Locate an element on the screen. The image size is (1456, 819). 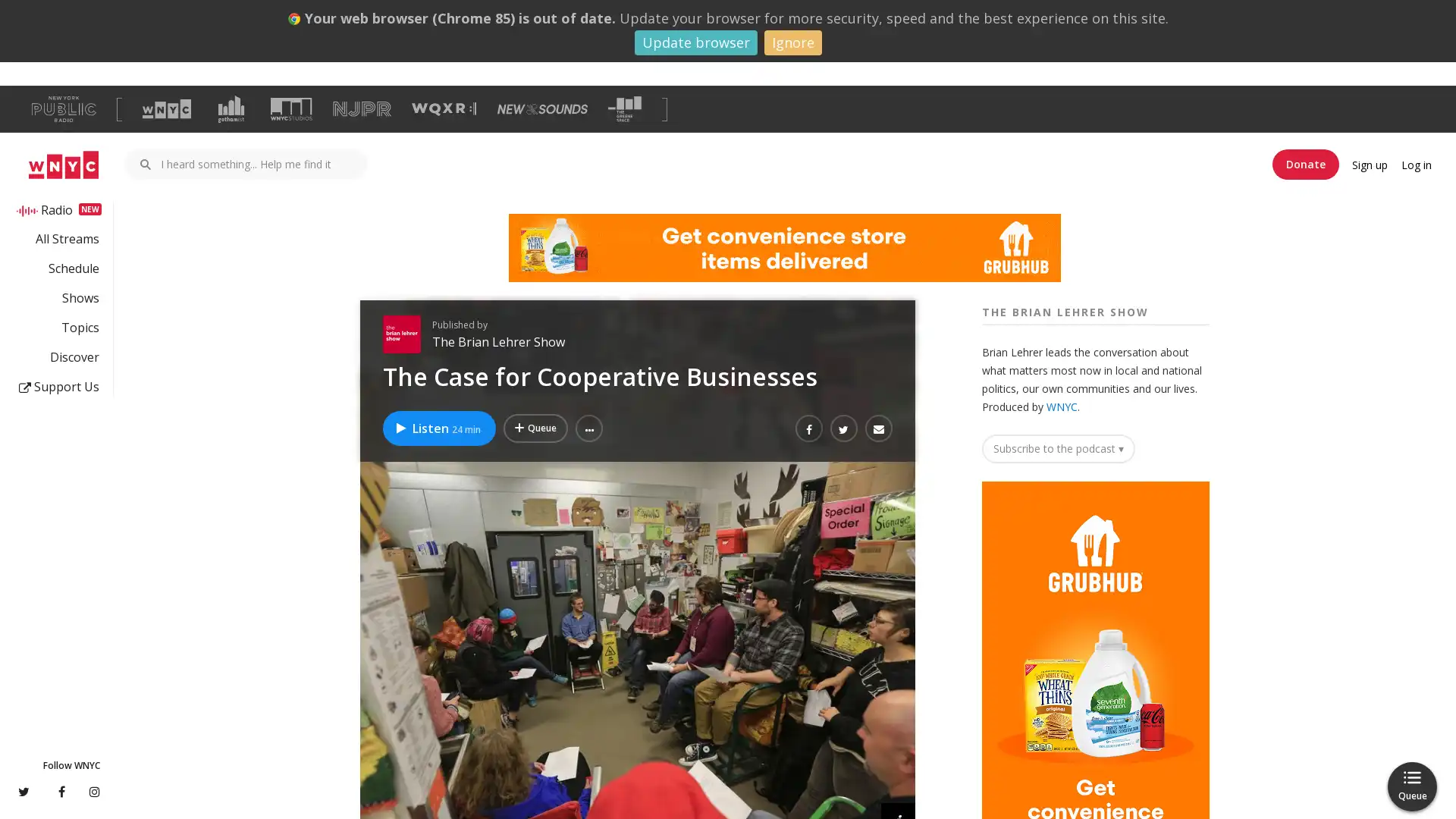
Listen to The Case for Cooperative Businesses is located at coordinates (438, 427).